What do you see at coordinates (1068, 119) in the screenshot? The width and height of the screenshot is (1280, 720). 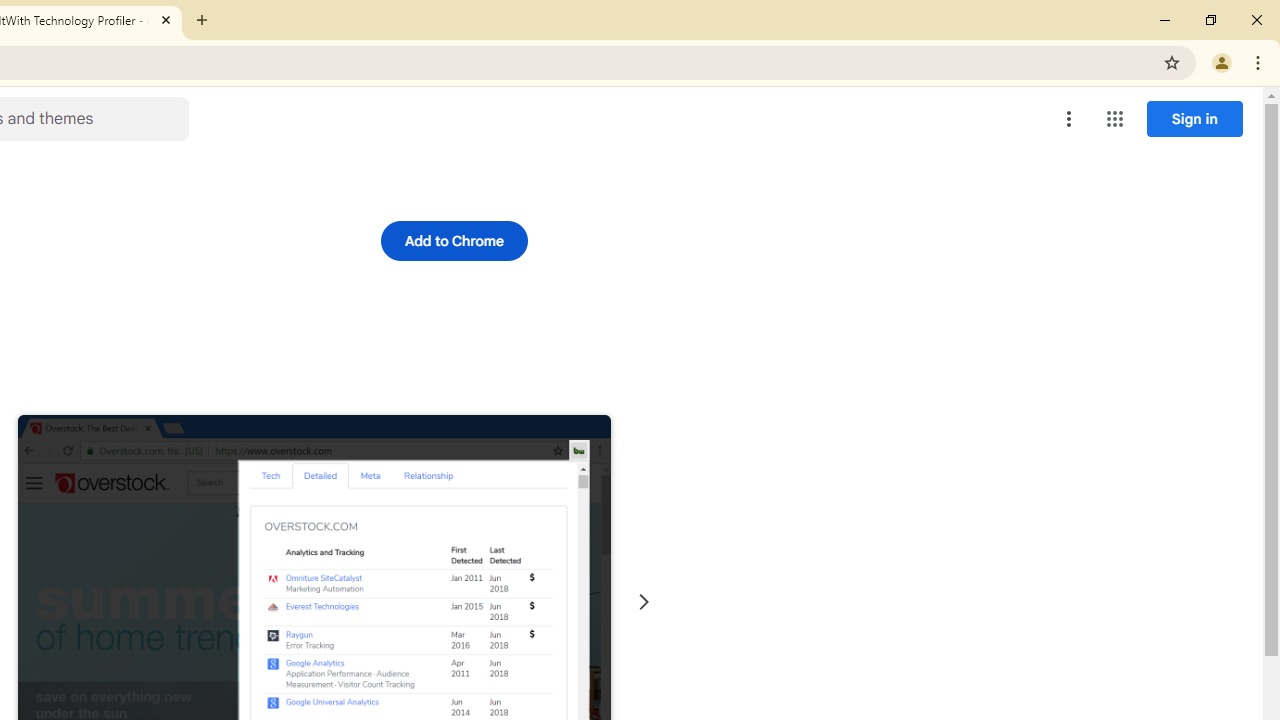 I see `'More options menu'` at bounding box center [1068, 119].